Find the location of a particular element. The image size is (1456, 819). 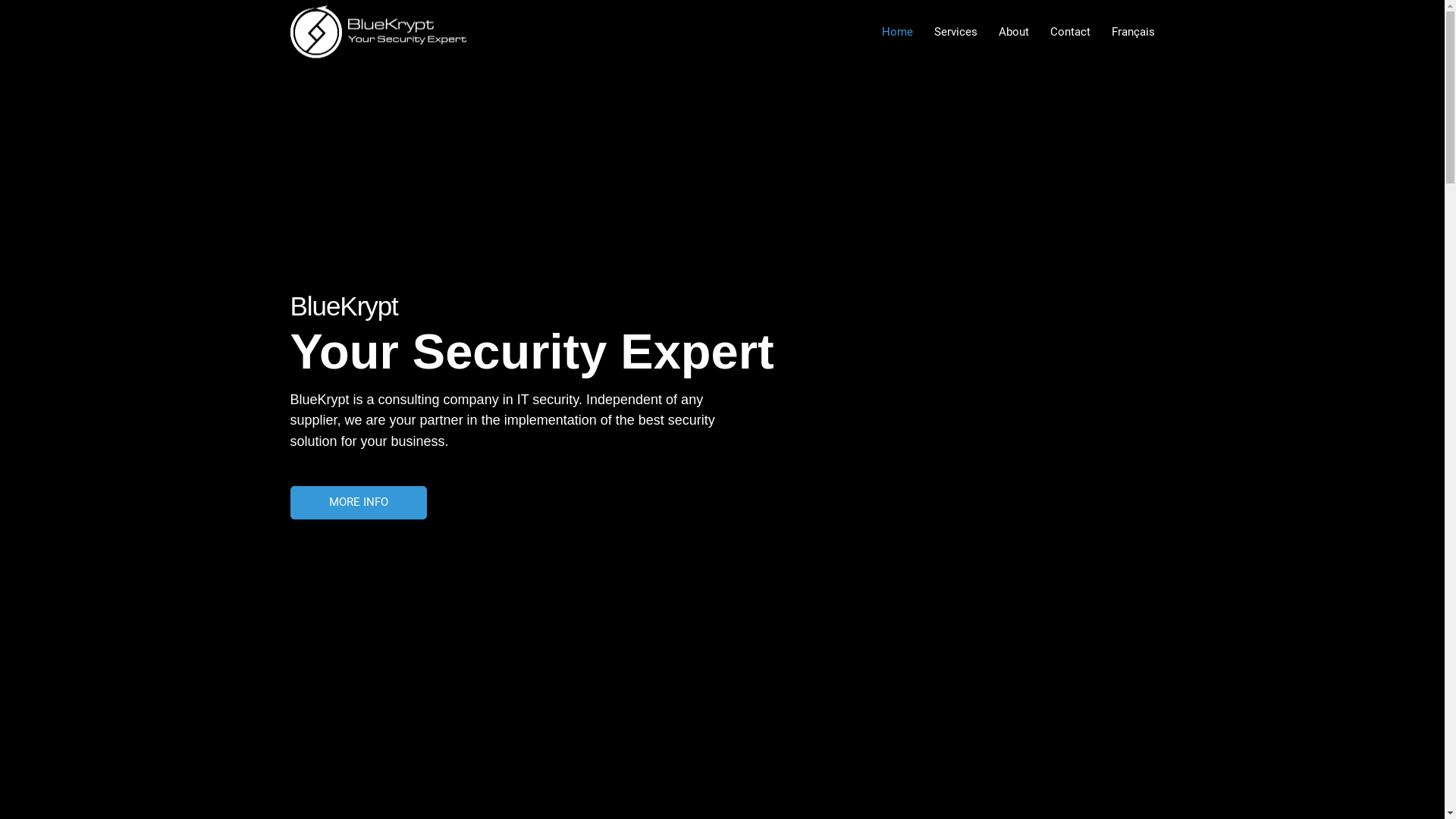

'About' is located at coordinates (1012, 32).